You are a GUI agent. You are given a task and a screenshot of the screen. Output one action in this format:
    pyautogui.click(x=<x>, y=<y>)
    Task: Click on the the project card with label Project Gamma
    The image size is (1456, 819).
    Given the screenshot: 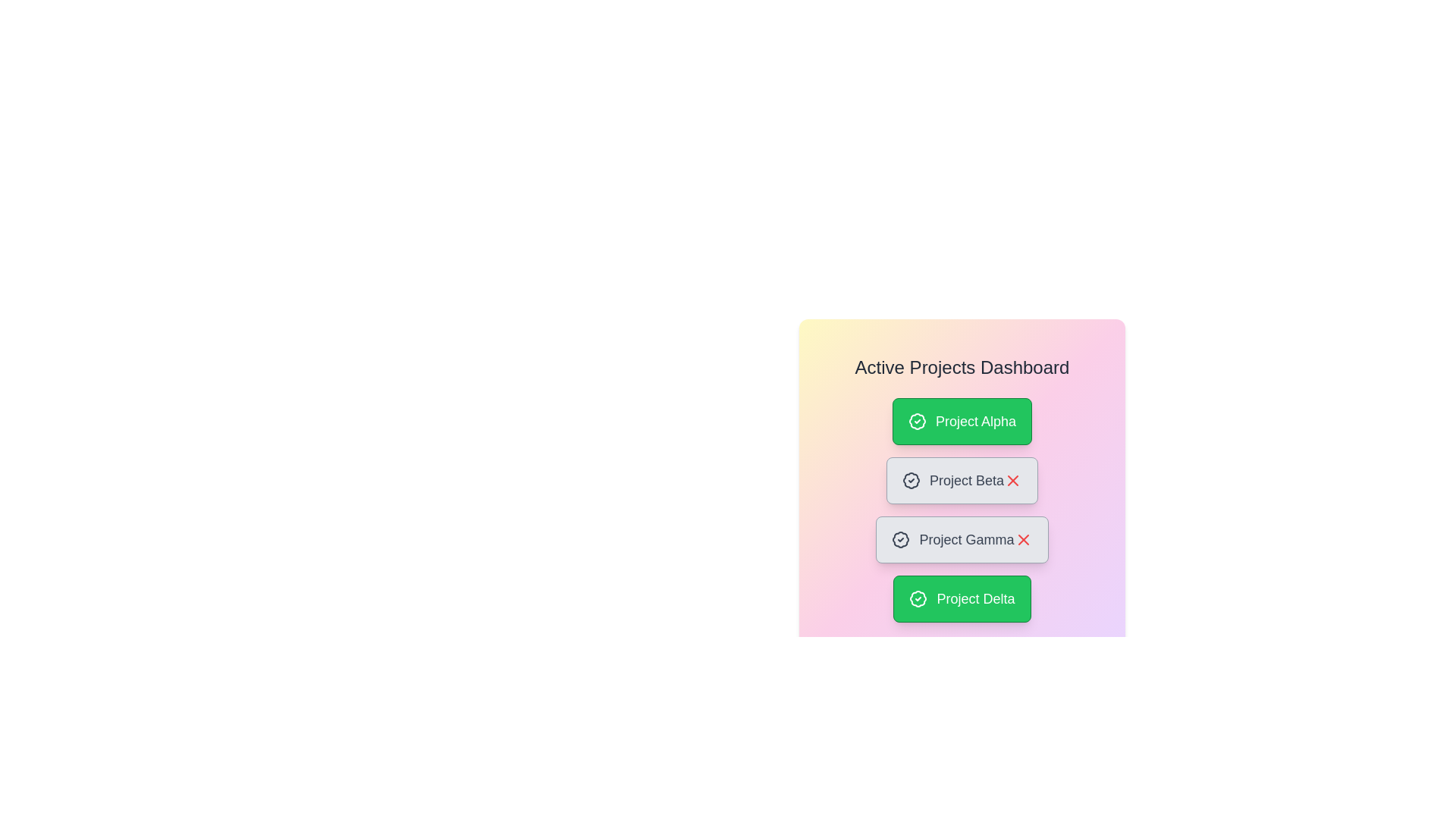 What is the action you would take?
    pyautogui.click(x=961, y=539)
    